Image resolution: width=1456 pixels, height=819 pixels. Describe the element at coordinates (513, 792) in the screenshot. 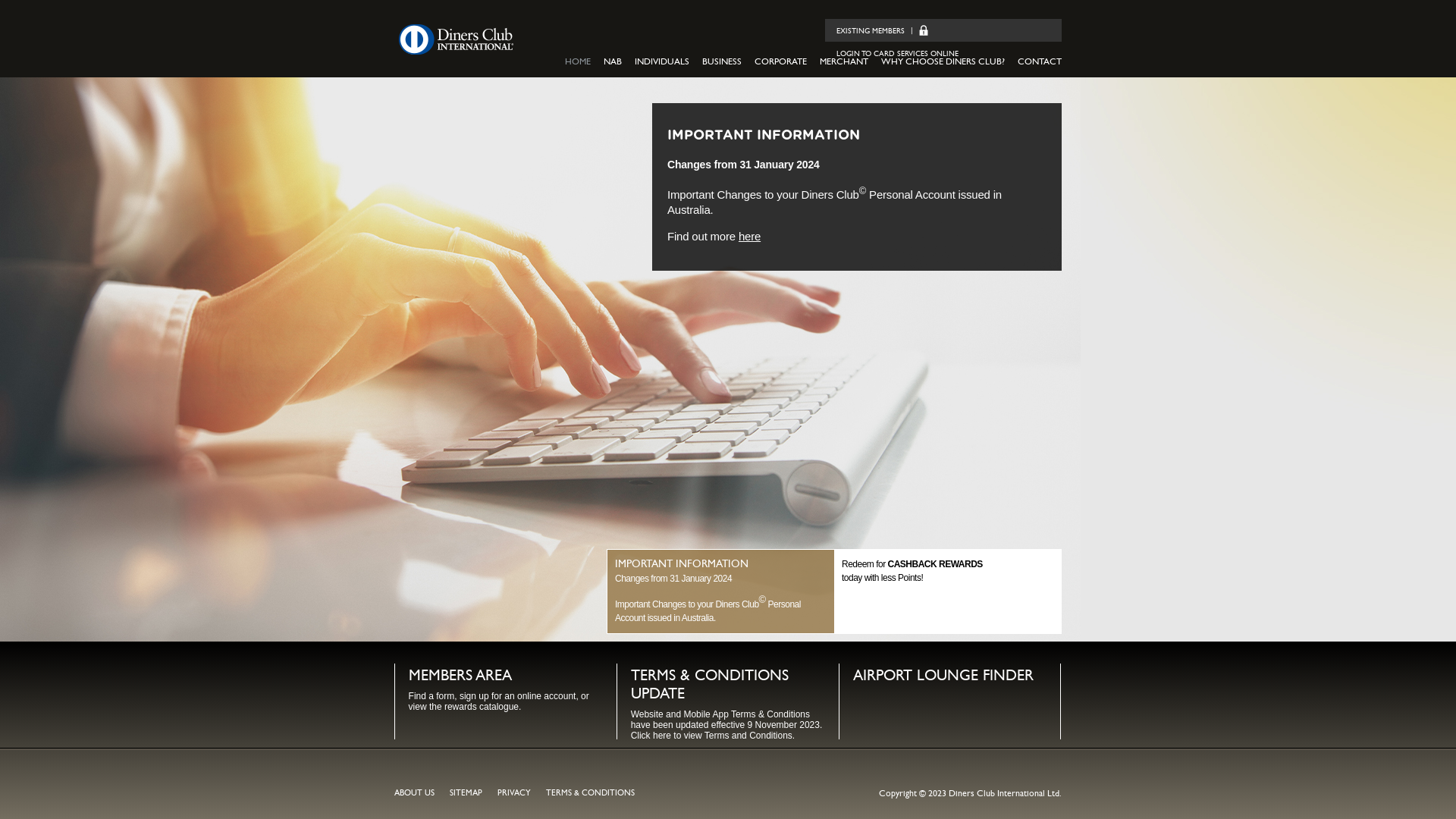

I see `'PRIVACY'` at that location.